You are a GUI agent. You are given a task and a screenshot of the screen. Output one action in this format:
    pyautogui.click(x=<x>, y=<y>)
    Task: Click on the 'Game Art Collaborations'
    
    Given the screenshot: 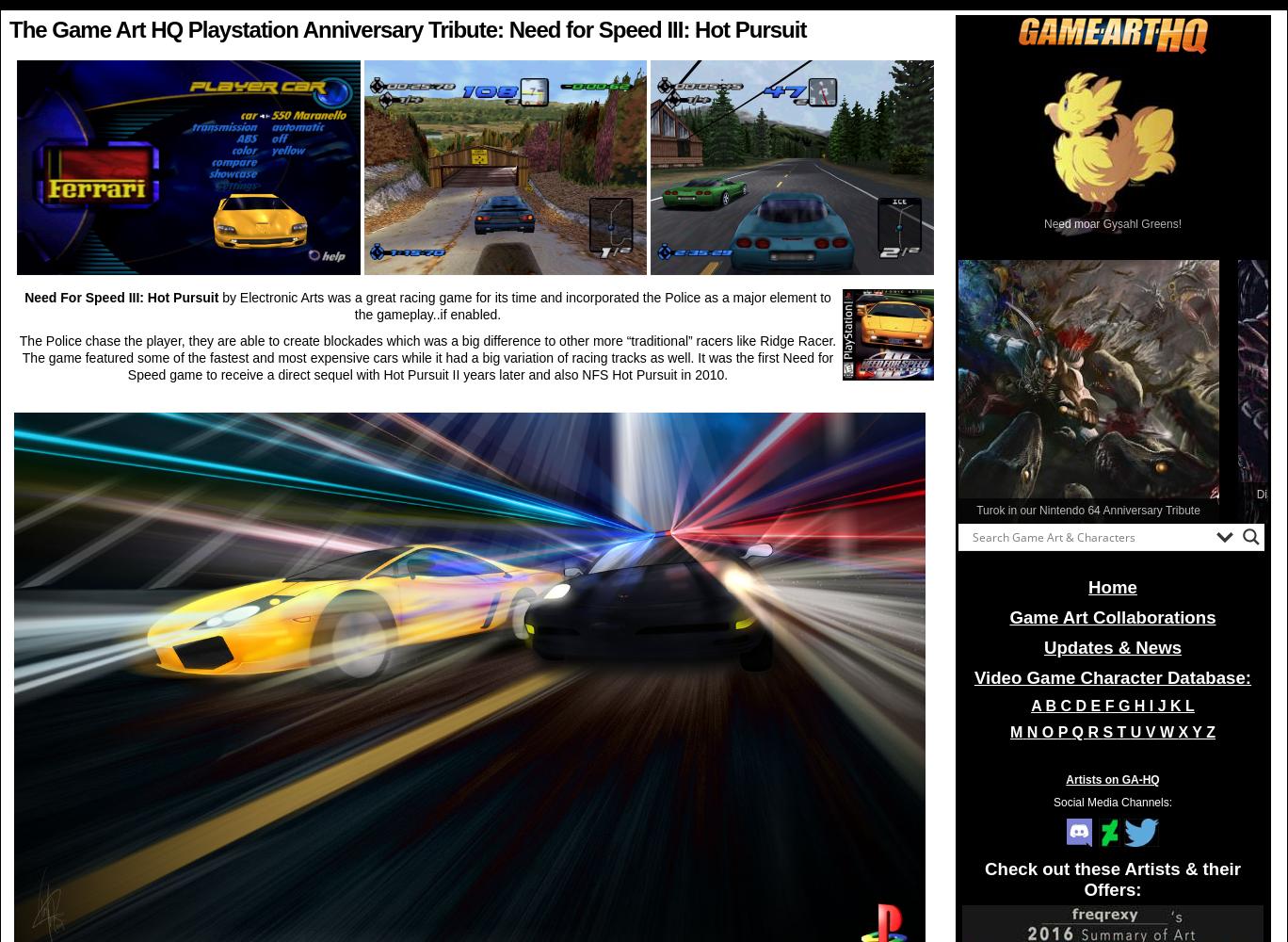 What is the action you would take?
    pyautogui.click(x=1112, y=617)
    